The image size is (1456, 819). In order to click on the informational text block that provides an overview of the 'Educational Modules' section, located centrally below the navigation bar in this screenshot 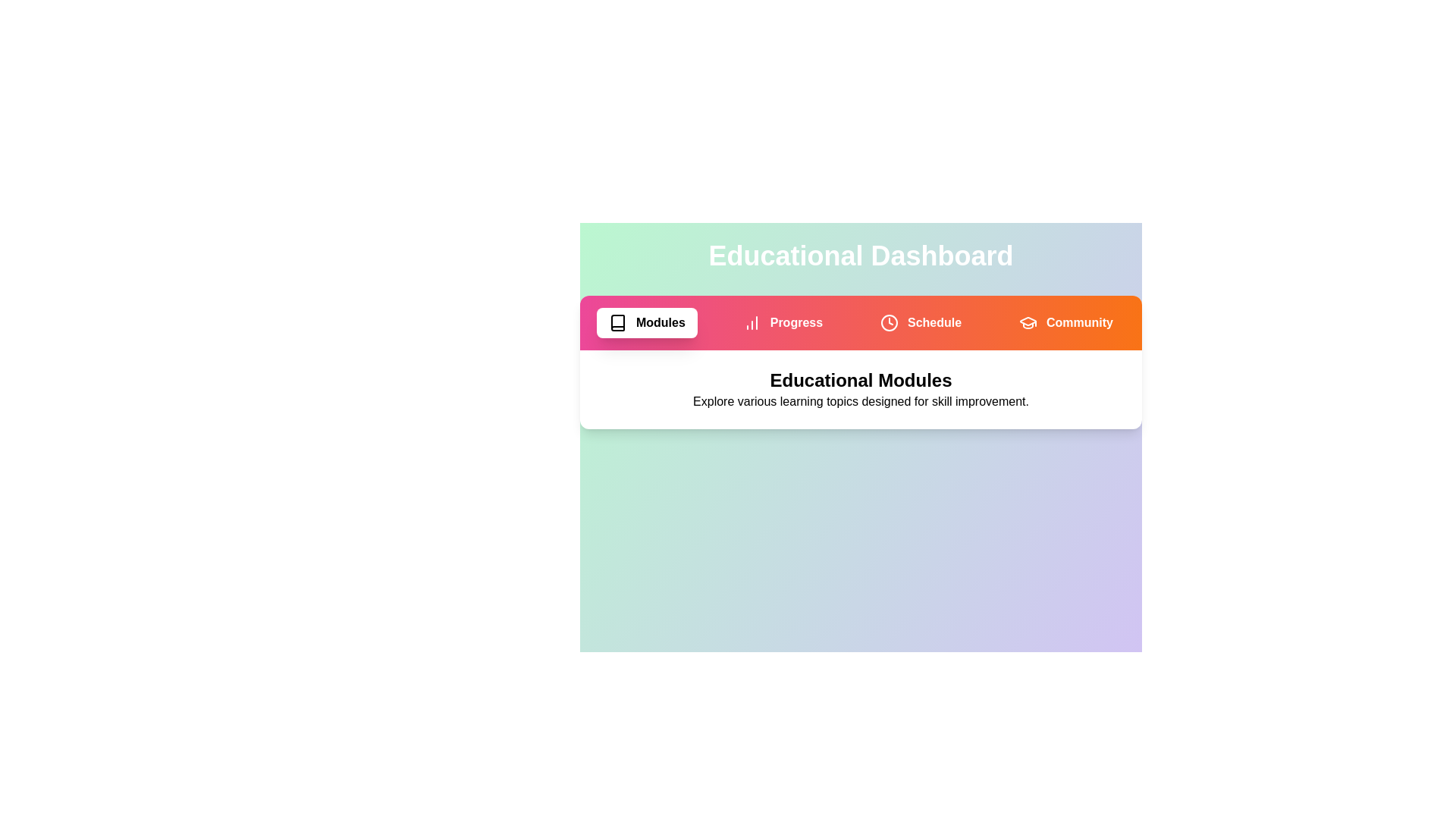, I will do `click(861, 388)`.